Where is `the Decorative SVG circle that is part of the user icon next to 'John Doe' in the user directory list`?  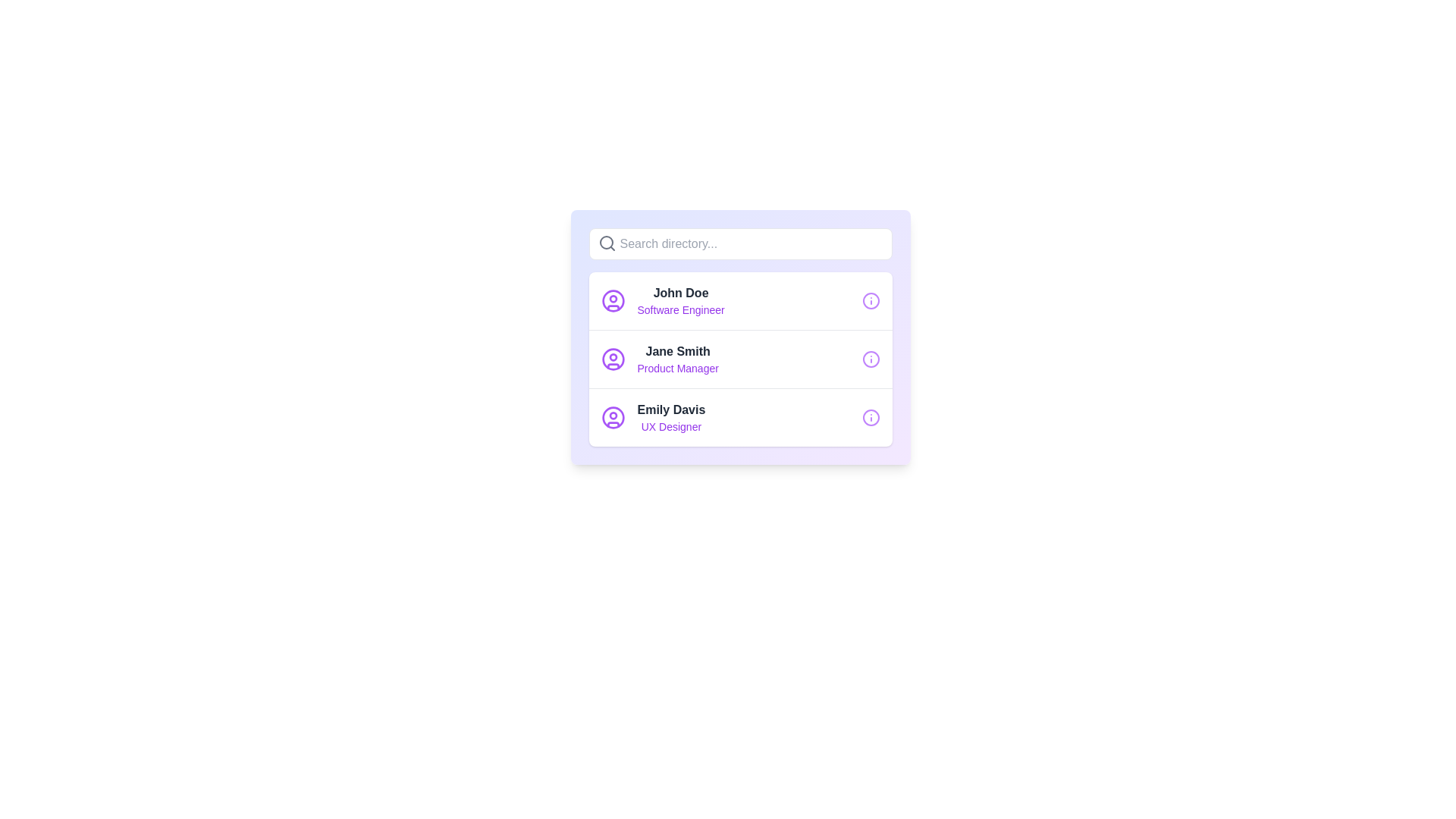
the Decorative SVG circle that is part of the user icon next to 'John Doe' in the user directory list is located at coordinates (613, 301).